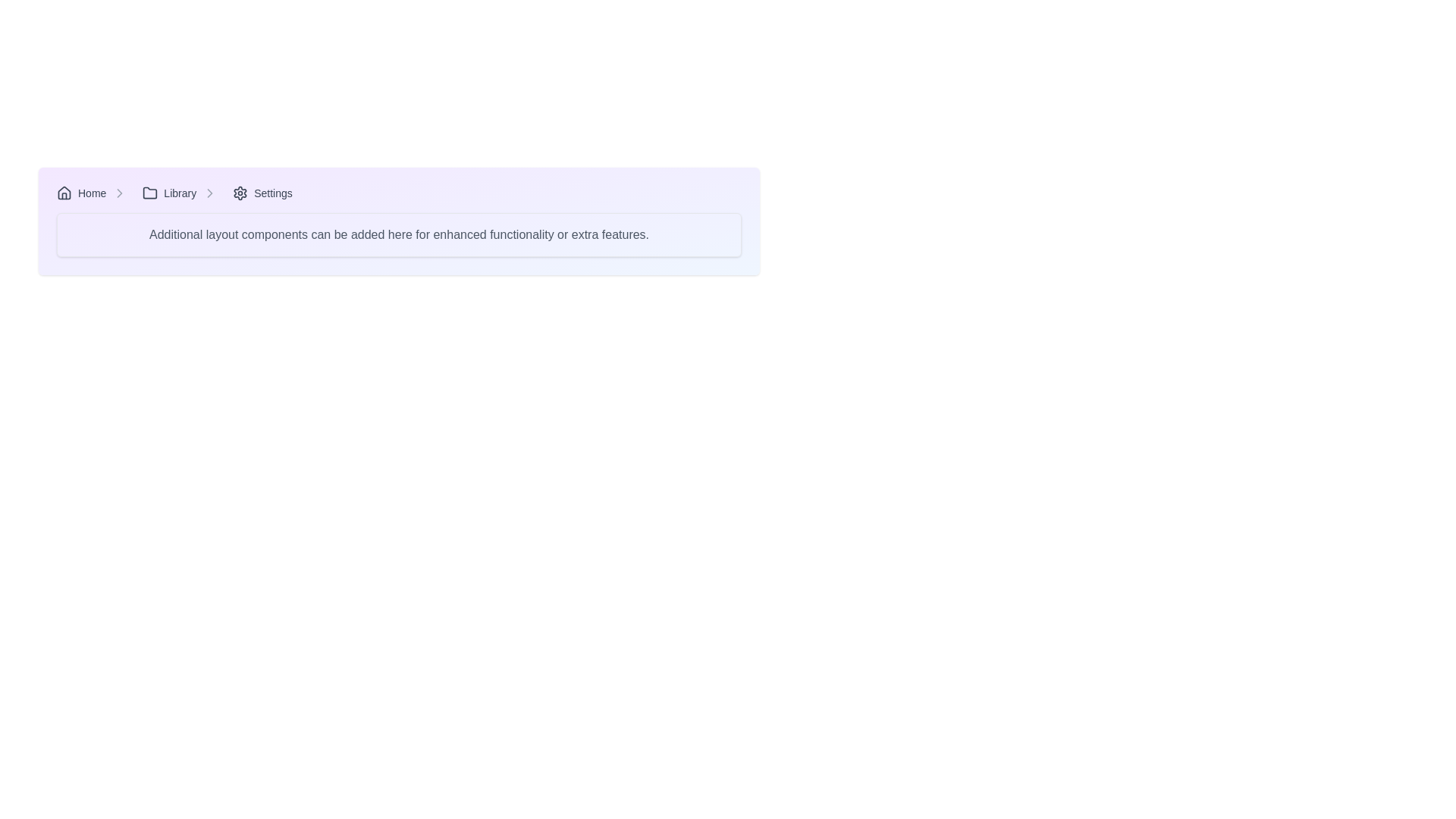  I want to click on the links in the Navigation bar with breadcrumb links located at the top section of the application, so click(399, 192).